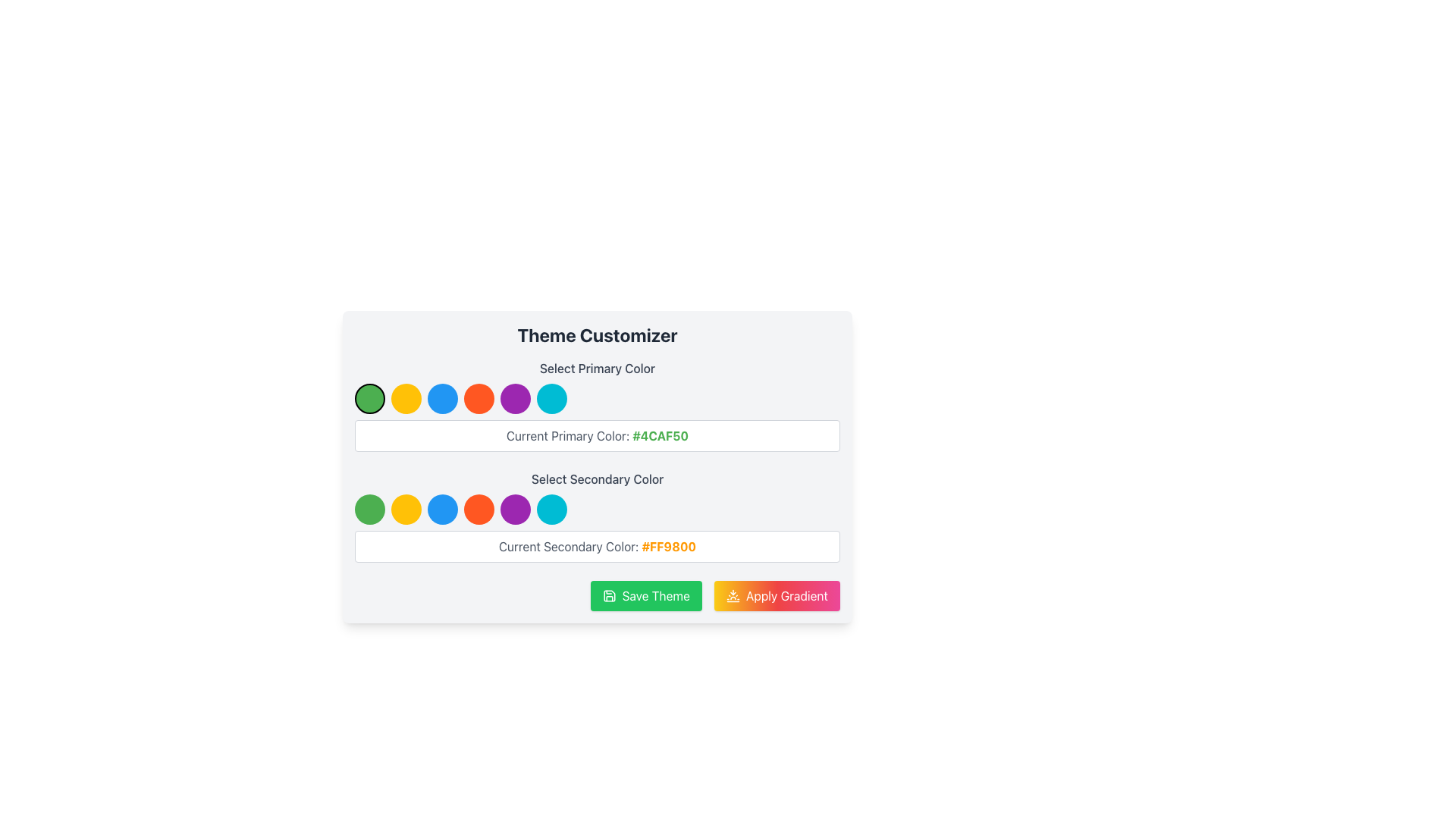 This screenshot has width=1456, height=819. Describe the element at coordinates (596, 435) in the screenshot. I see `the Static Text Display that shows 'Current Primary Color:' and the color code '#4CAF50' with a white background and grey border` at that location.